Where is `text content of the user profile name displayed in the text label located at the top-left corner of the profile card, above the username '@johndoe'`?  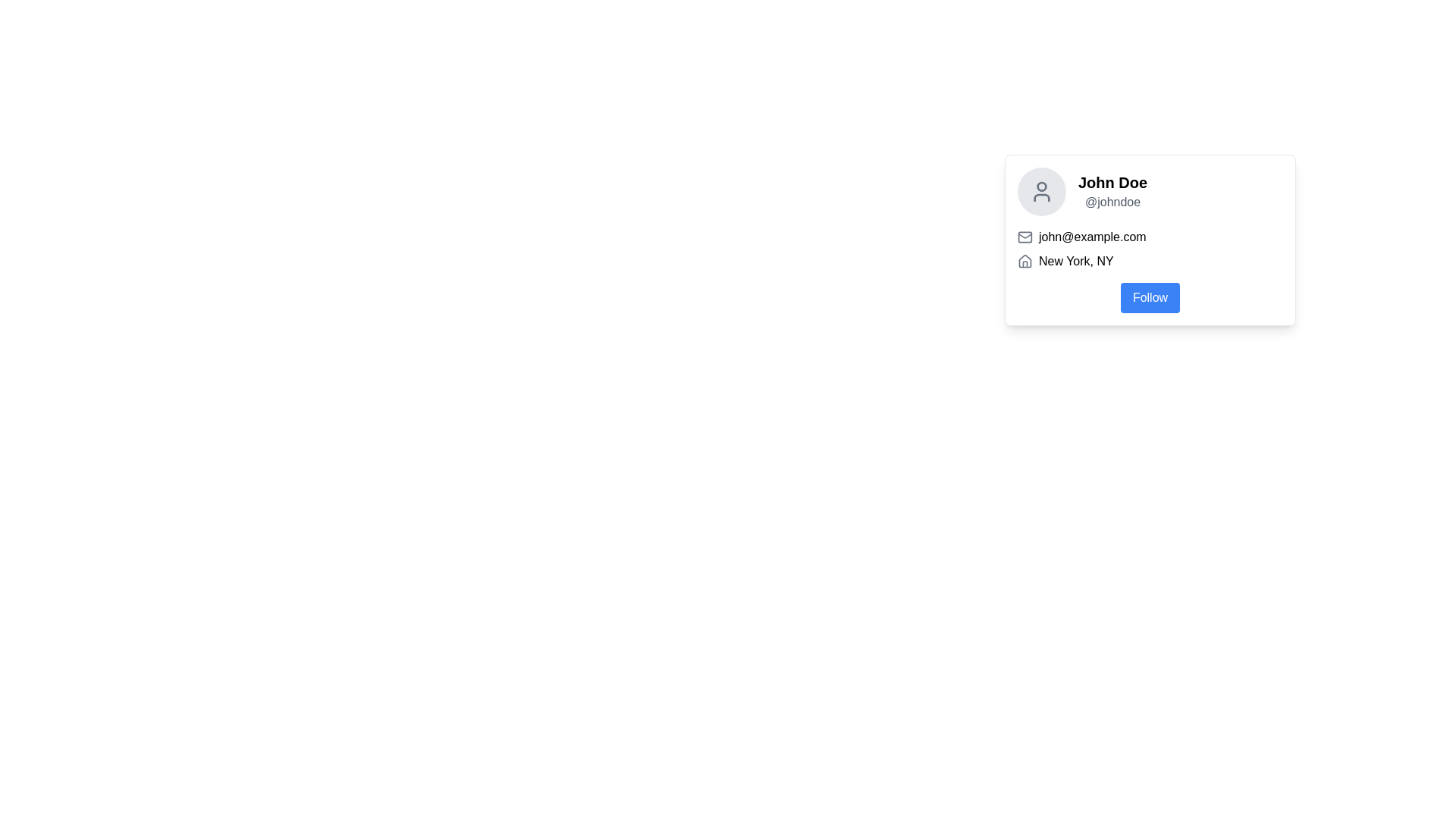
text content of the user profile name displayed in the text label located at the top-left corner of the profile card, above the username '@johndoe' is located at coordinates (1112, 181).